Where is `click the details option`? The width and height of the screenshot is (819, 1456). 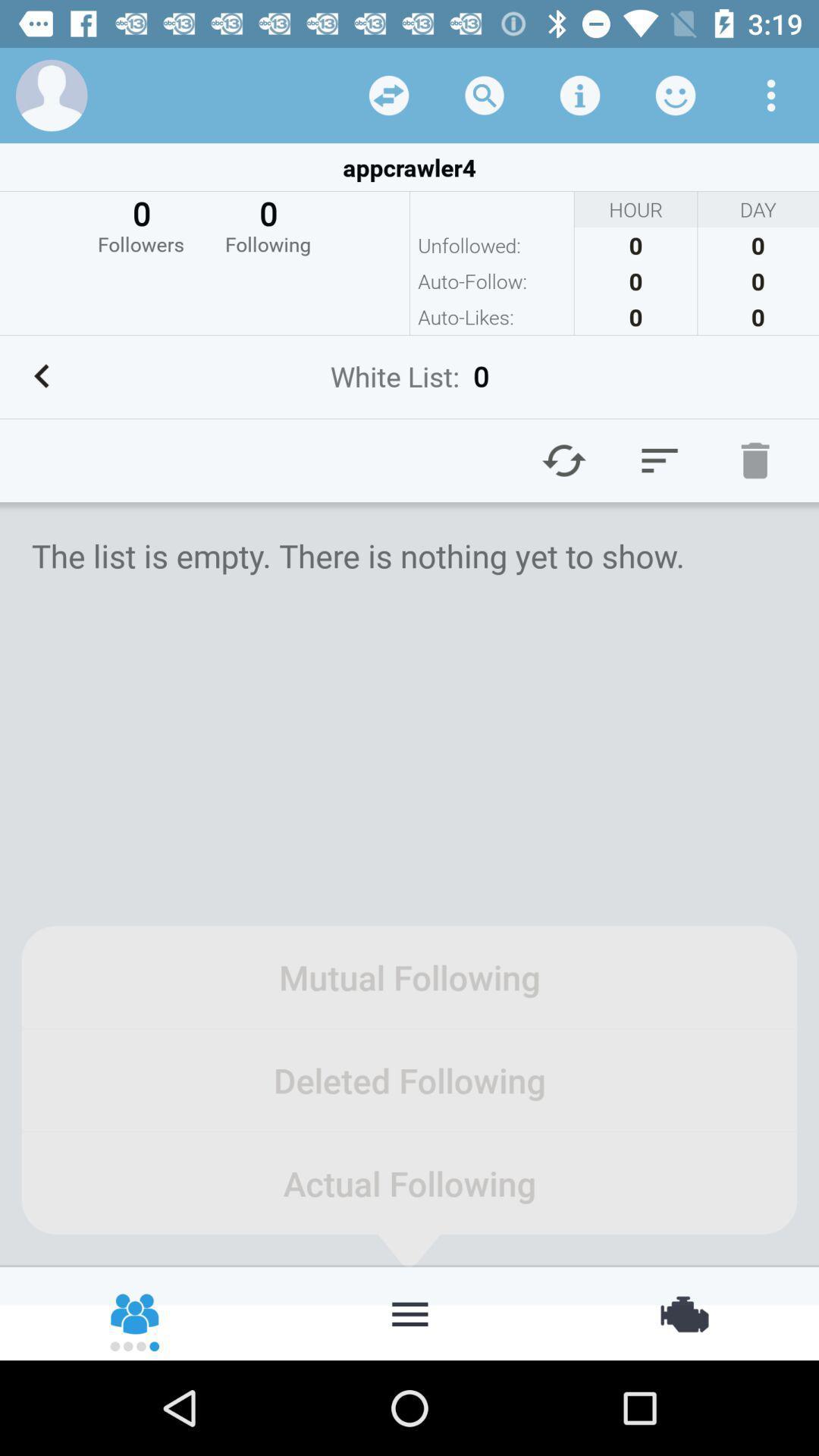
click the details option is located at coordinates (579, 94).